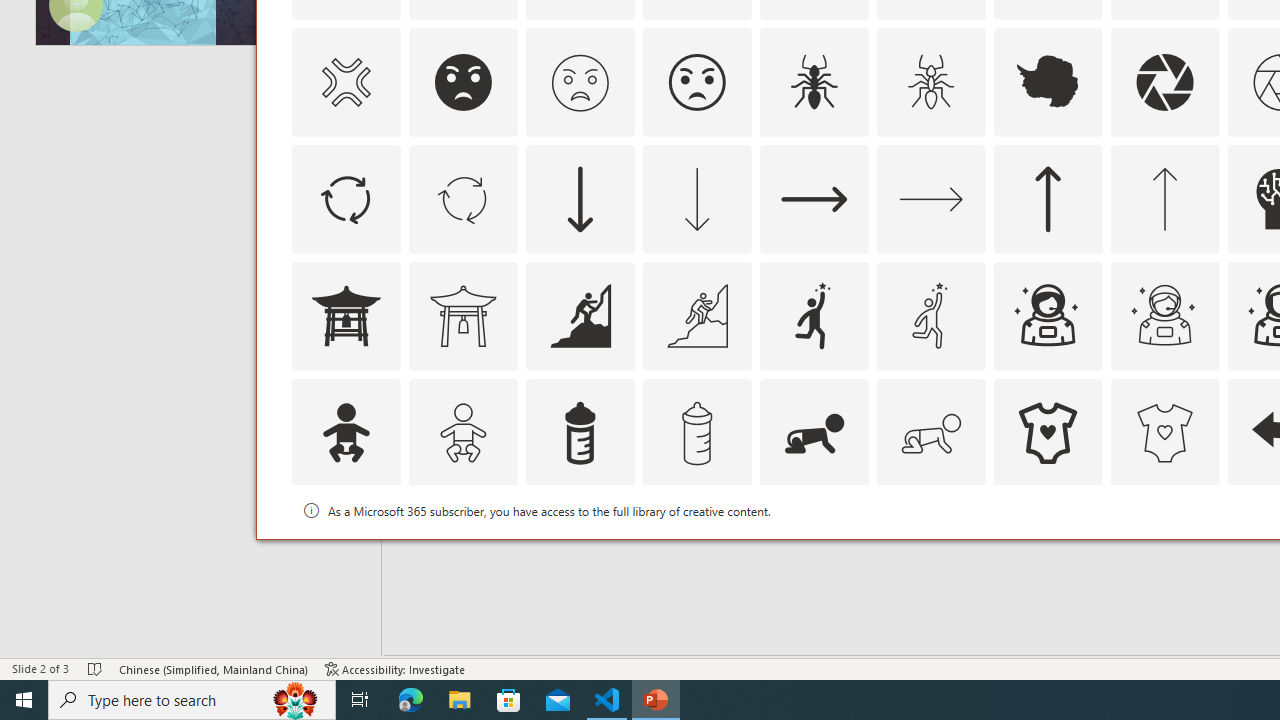 This screenshot has height=720, width=1280. I want to click on 'AutomationID: Icons_BabyBottle', so click(578, 431).